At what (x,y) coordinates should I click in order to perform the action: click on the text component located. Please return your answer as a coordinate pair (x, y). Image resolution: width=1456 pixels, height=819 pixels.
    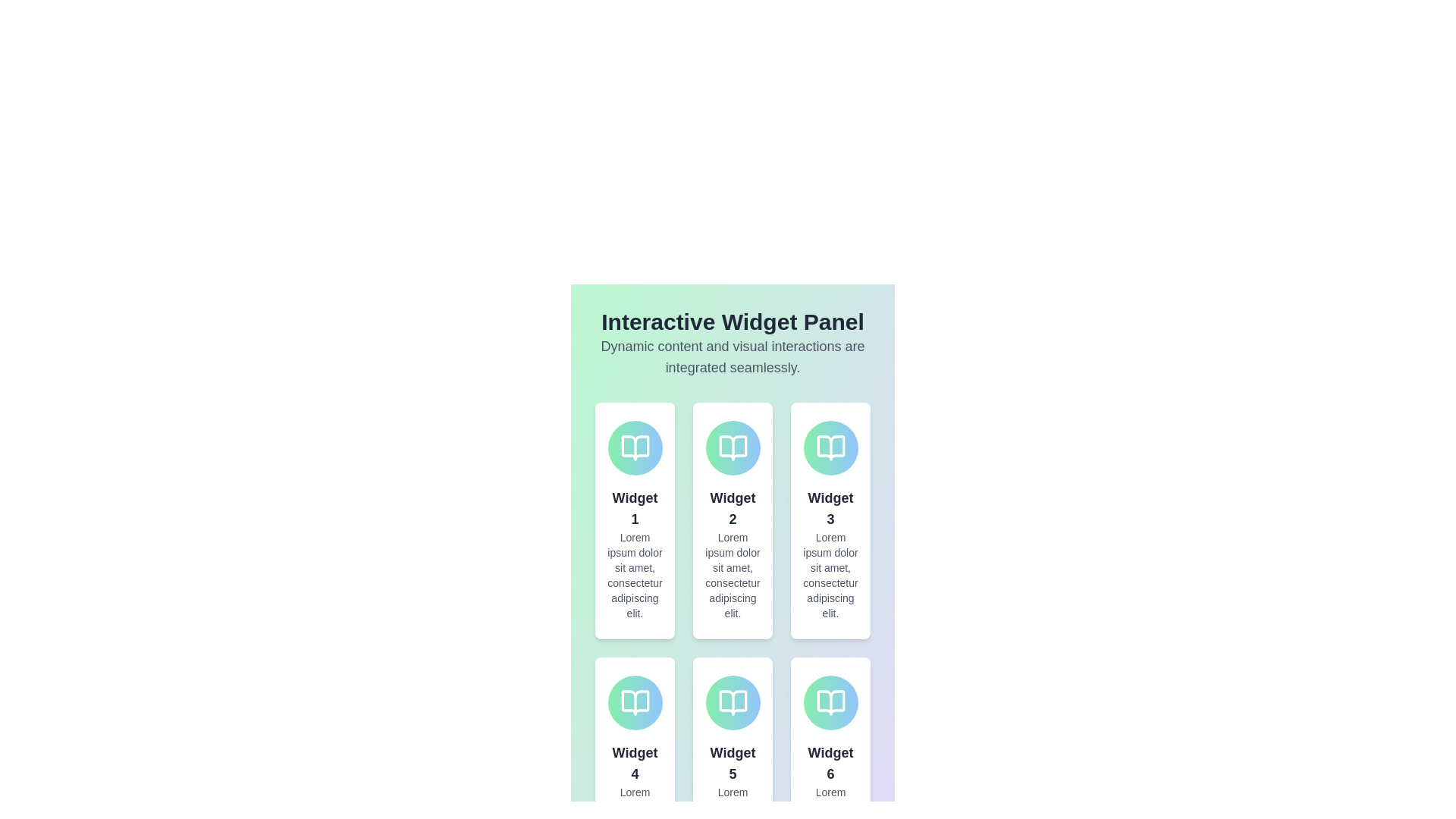
    Looking at the image, I should click on (830, 509).